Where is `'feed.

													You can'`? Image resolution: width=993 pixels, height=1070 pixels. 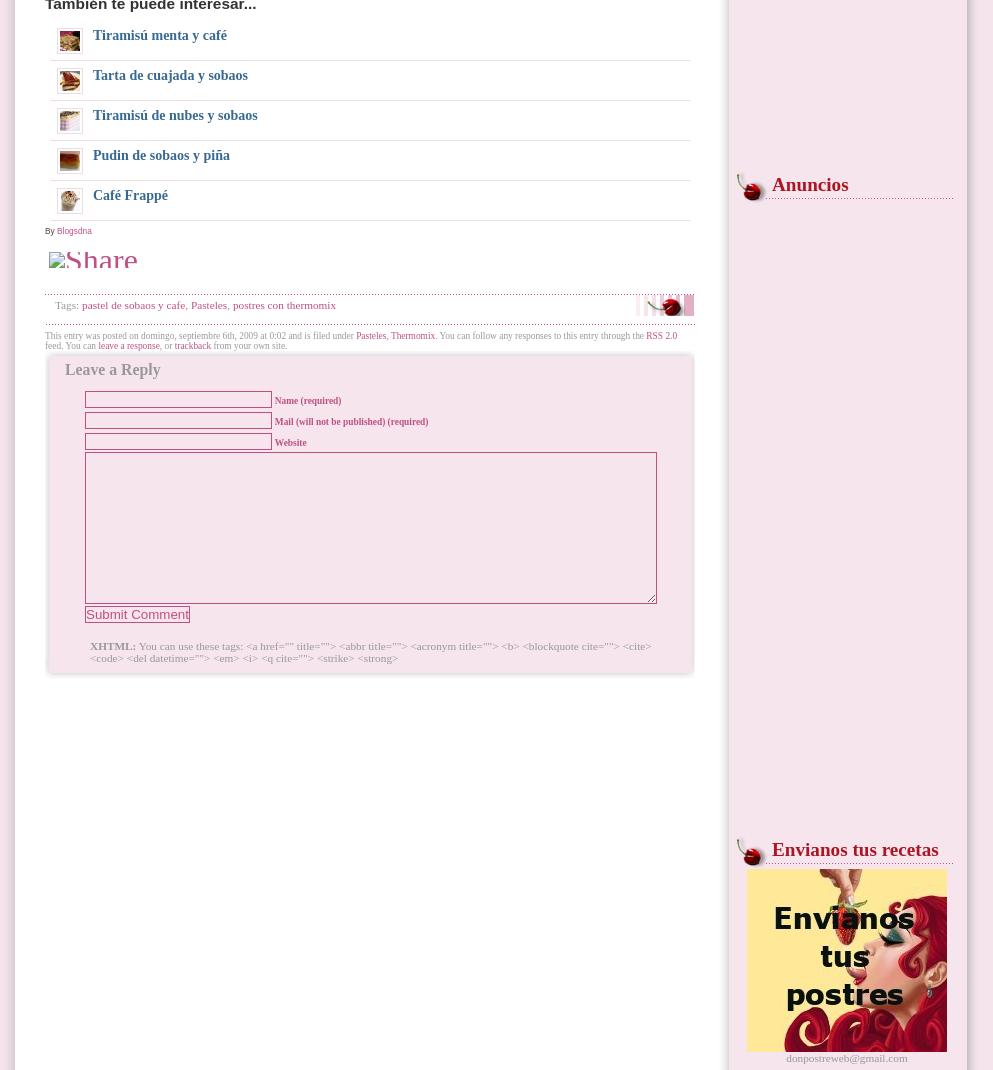
'feed.

													You can' is located at coordinates (71, 346).